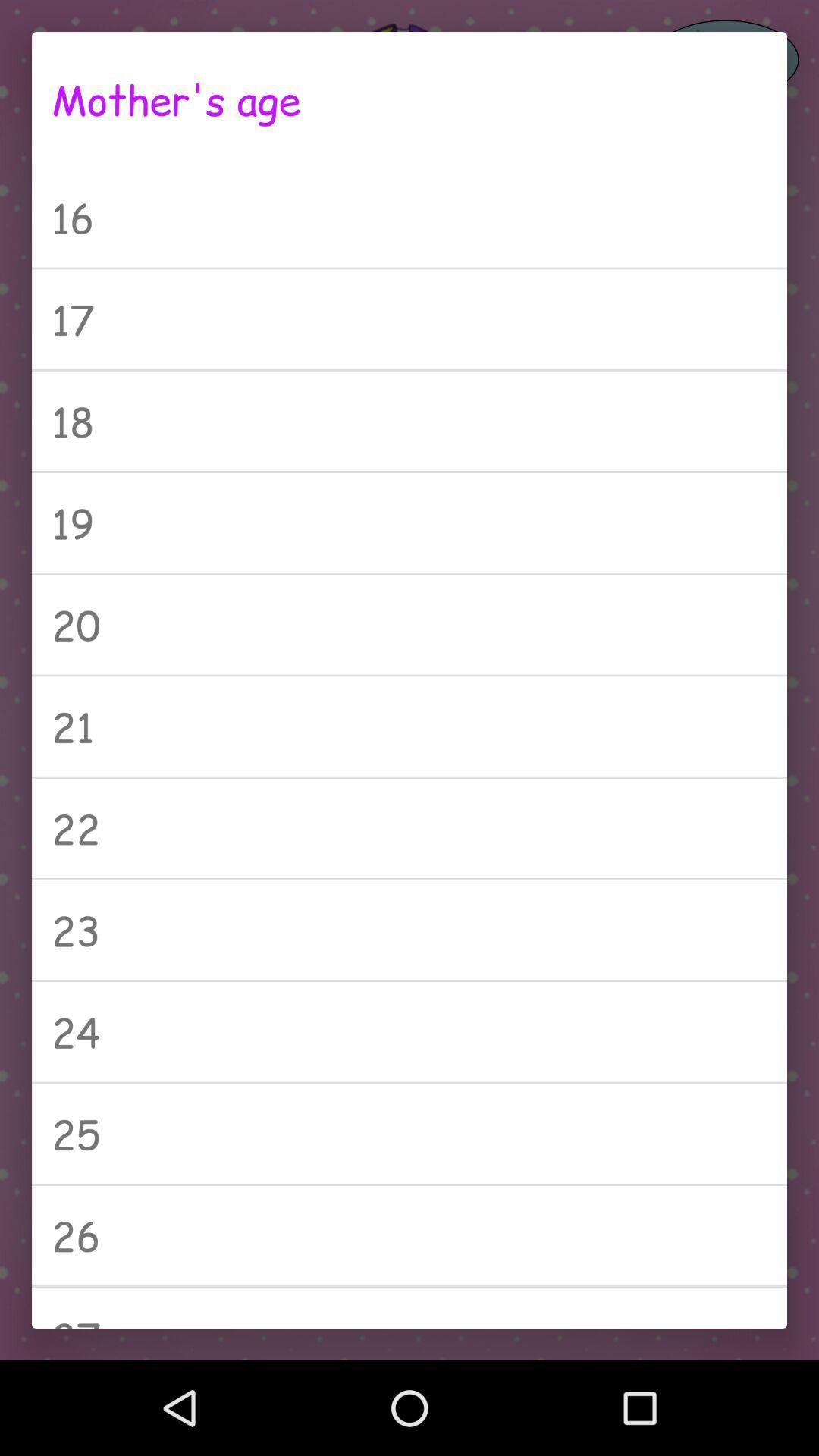 This screenshot has height=1456, width=819. I want to click on the item below 24 icon, so click(409, 1134).